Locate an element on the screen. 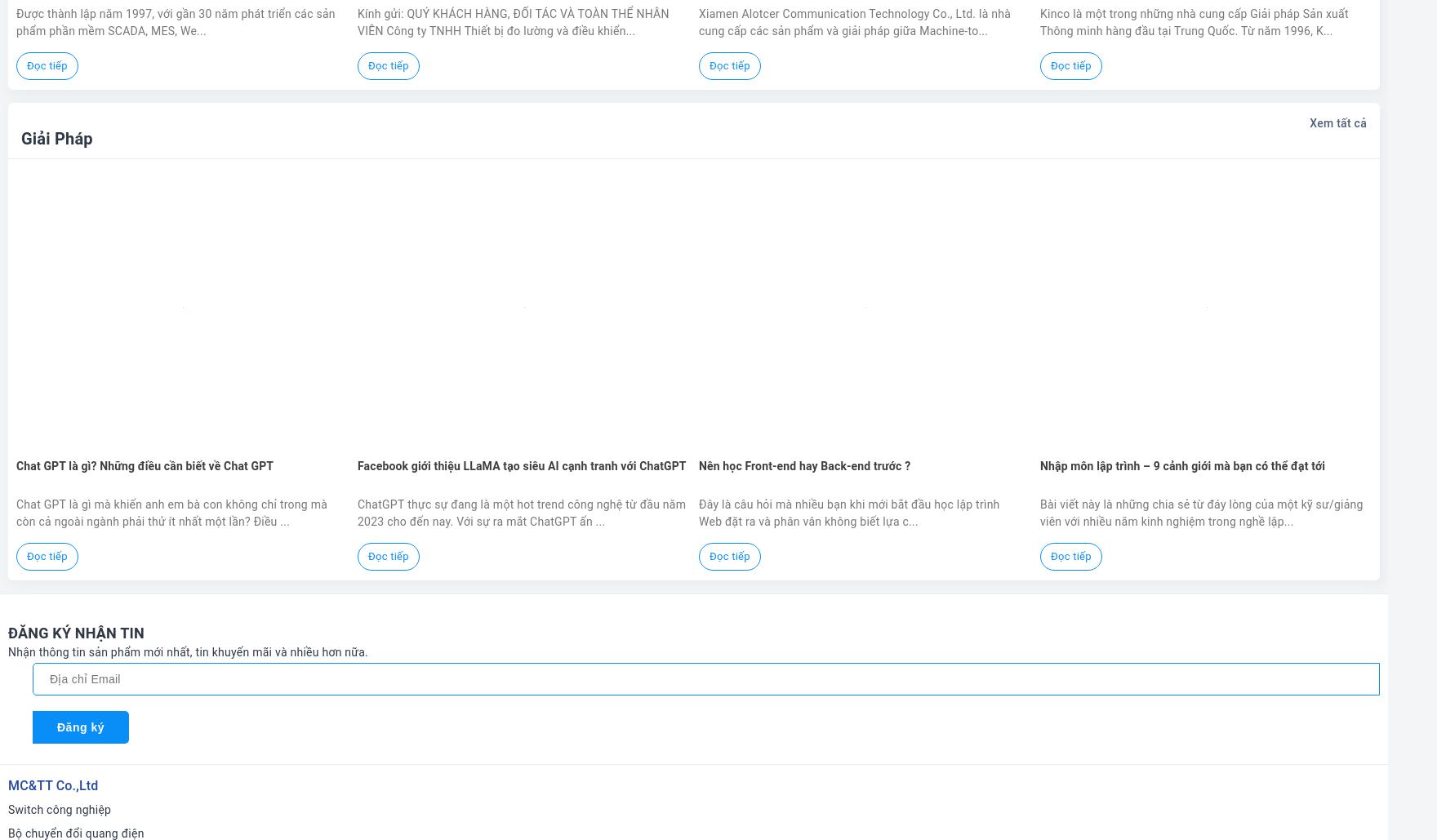 Image resolution: width=1437 pixels, height=840 pixels. 'Chat GPT là gì mà khiến anh em bà con không chỉ trong mà còn cả ngoài ngành phải thử ít nhất một lần? Điều ...' is located at coordinates (16, 512).